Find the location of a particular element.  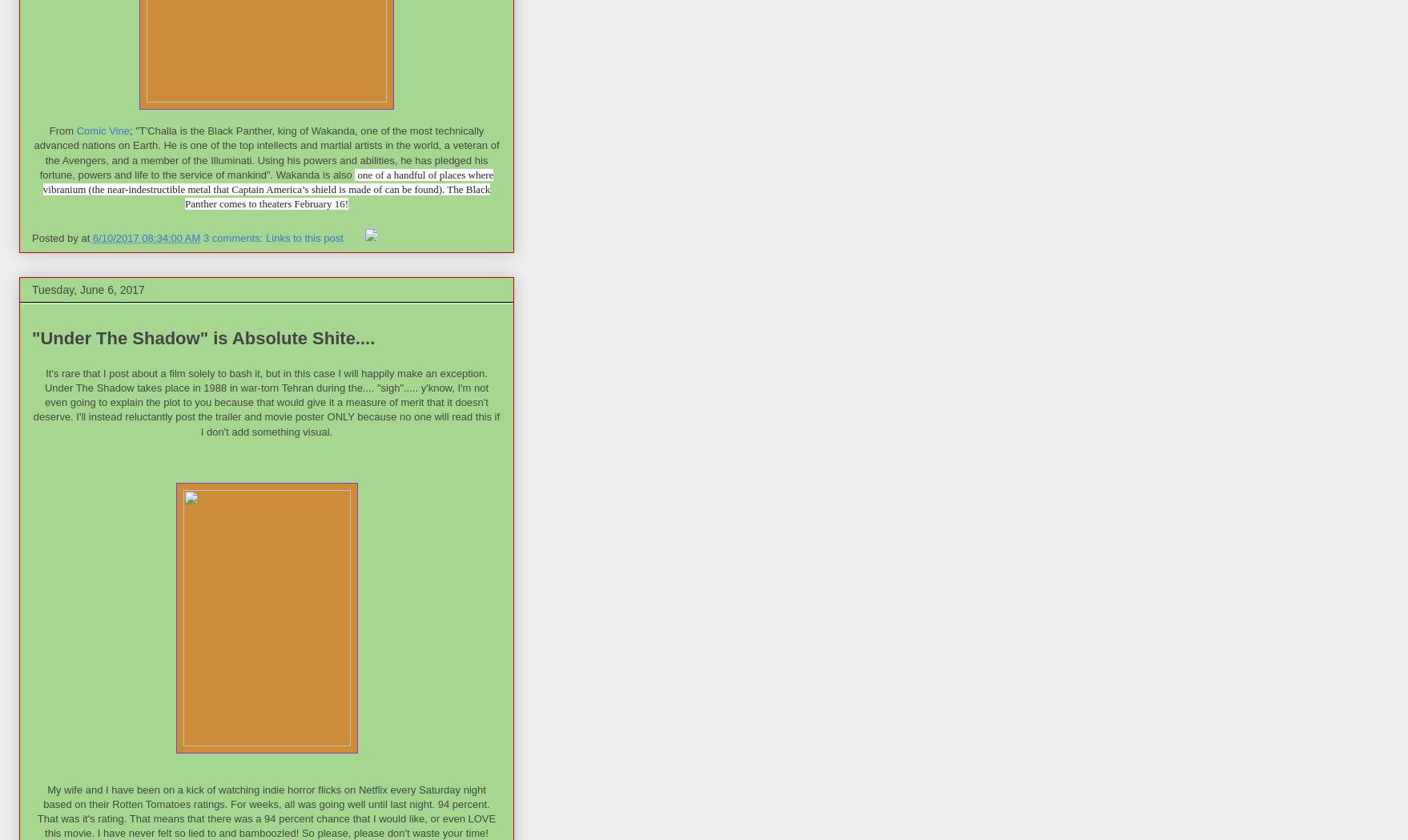

'3 comments:' is located at coordinates (231, 237).